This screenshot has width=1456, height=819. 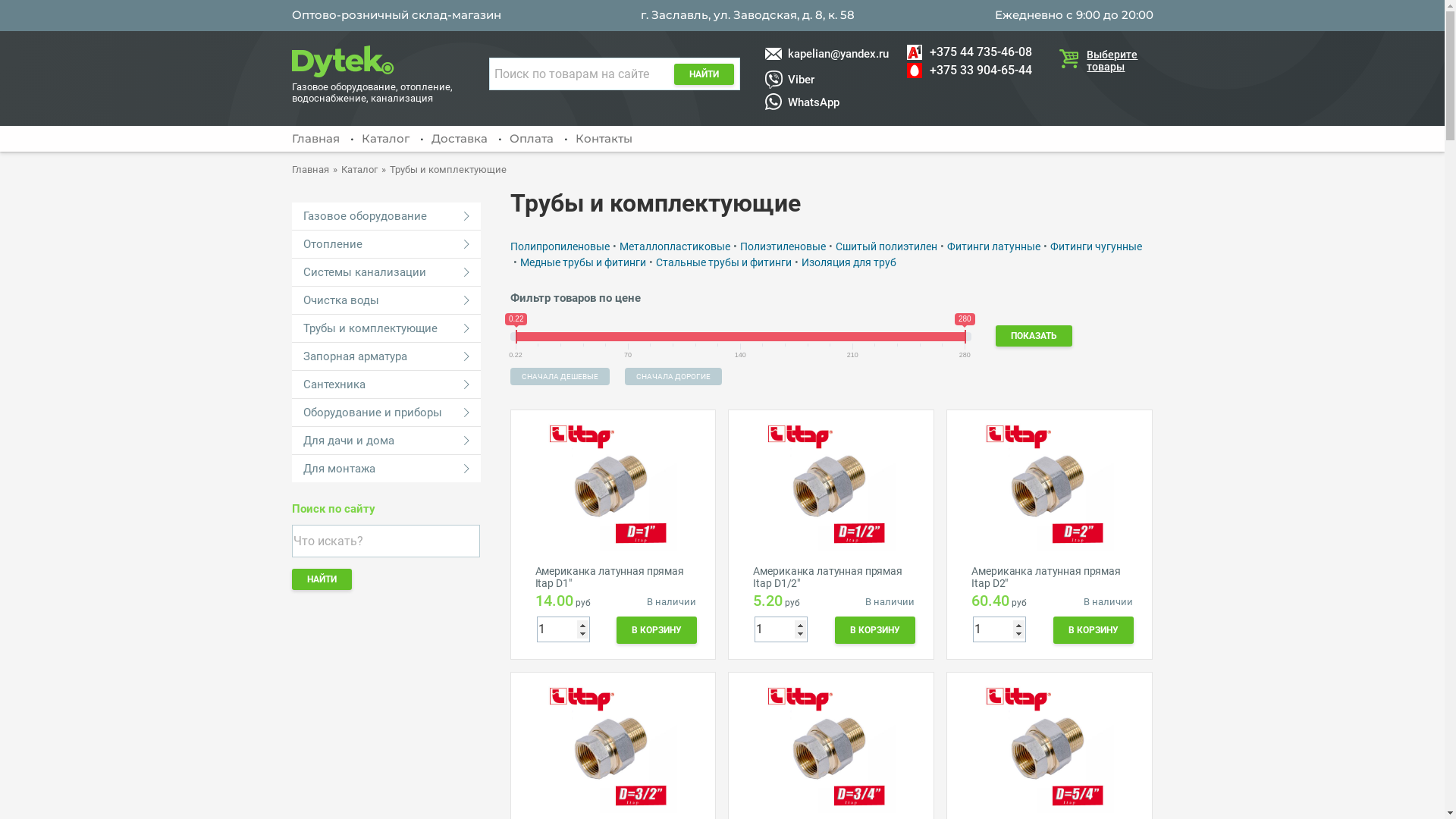 I want to click on 'kapelian@yandex.ru', so click(x=826, y=52).